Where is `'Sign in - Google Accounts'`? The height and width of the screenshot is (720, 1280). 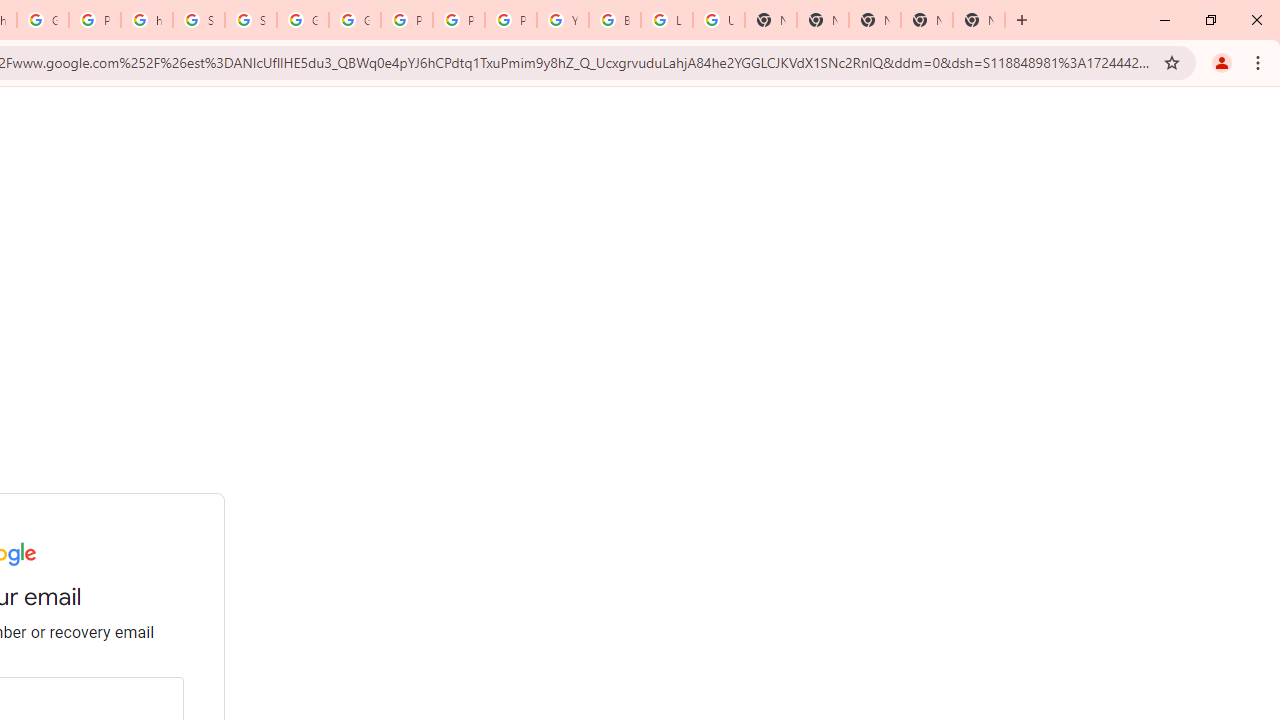
'Sign in - Google Accounts' is located at coordinates (199, 20).